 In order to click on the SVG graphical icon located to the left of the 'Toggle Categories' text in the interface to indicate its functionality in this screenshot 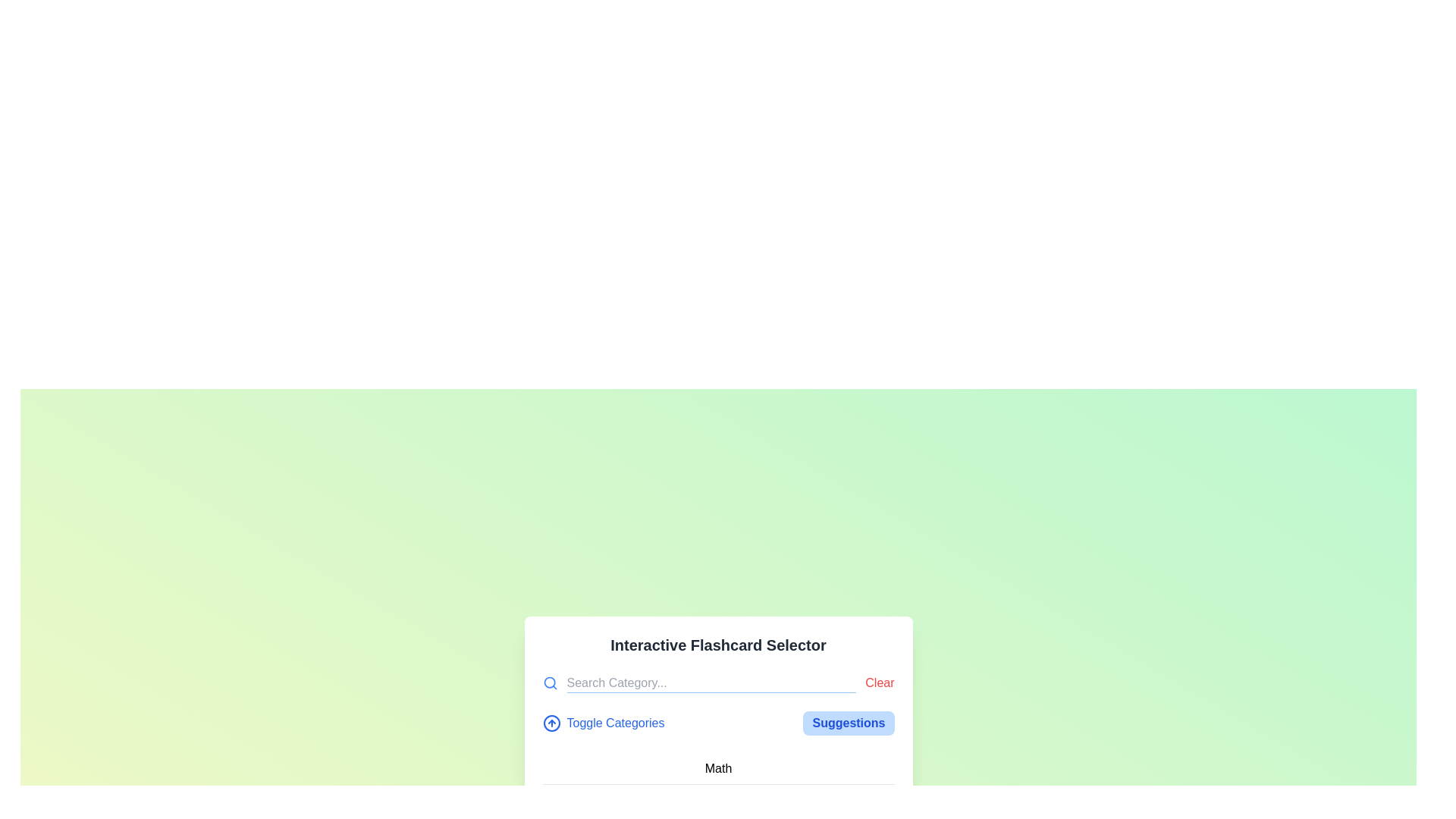, I will do `click(551, 722)`.